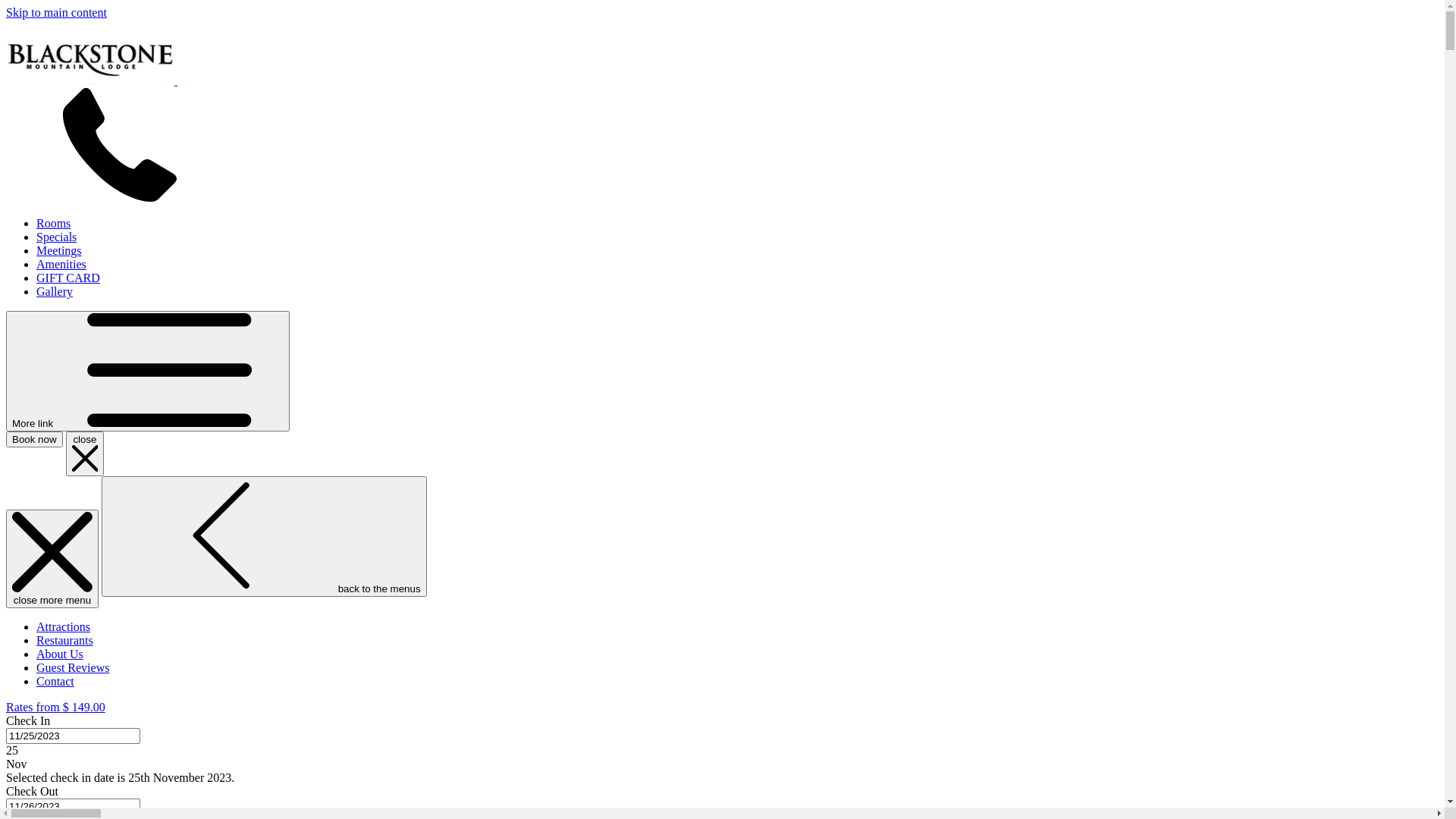 The width and height of the screenshot is (1456, 819). Describe the element at coordinates (36, 237) in the screenshot. I see `'Specials'` at that location.